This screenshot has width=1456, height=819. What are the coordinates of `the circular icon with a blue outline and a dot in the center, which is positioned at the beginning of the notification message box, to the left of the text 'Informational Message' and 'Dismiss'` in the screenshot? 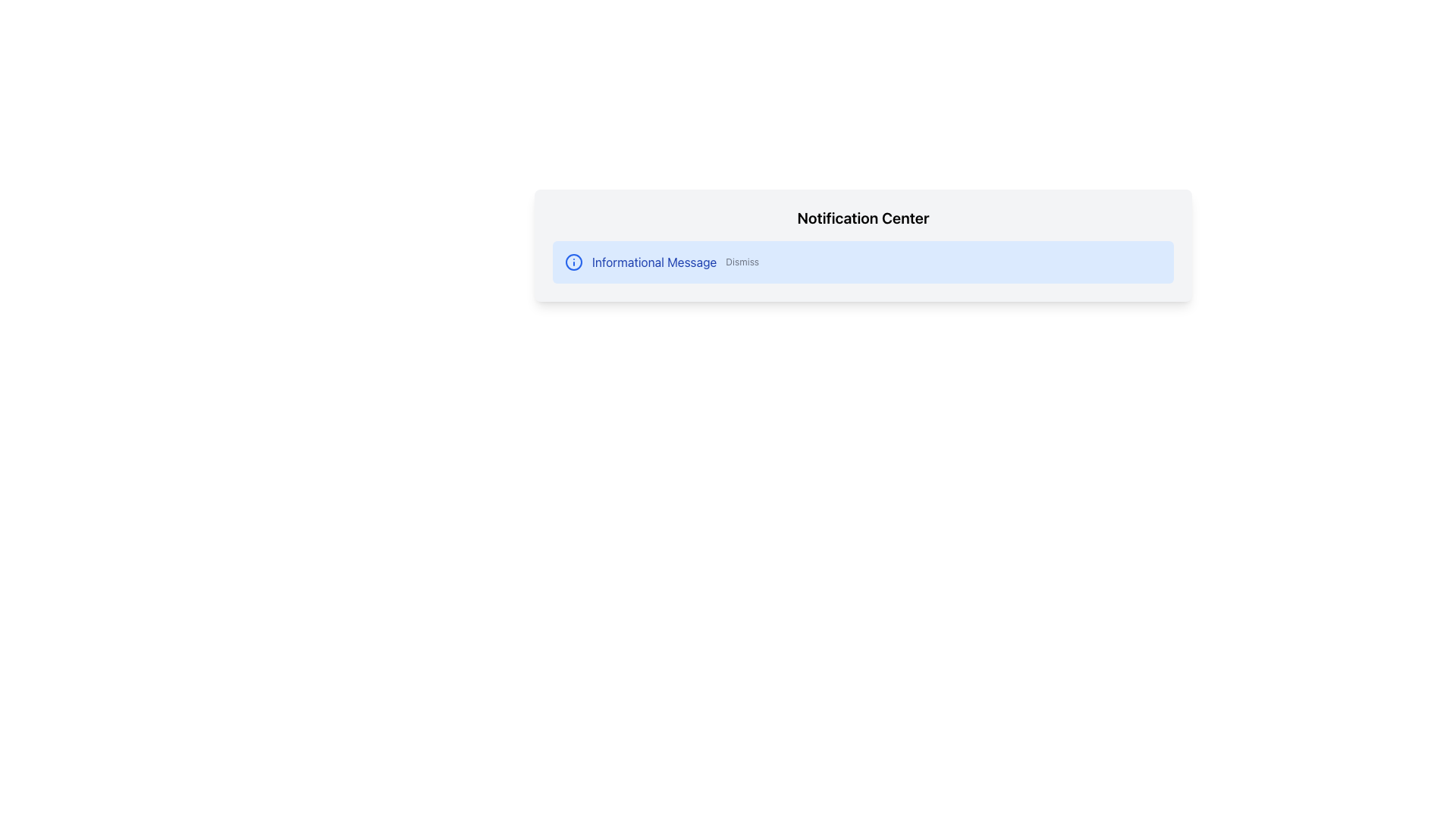 It's located at (573, 262).